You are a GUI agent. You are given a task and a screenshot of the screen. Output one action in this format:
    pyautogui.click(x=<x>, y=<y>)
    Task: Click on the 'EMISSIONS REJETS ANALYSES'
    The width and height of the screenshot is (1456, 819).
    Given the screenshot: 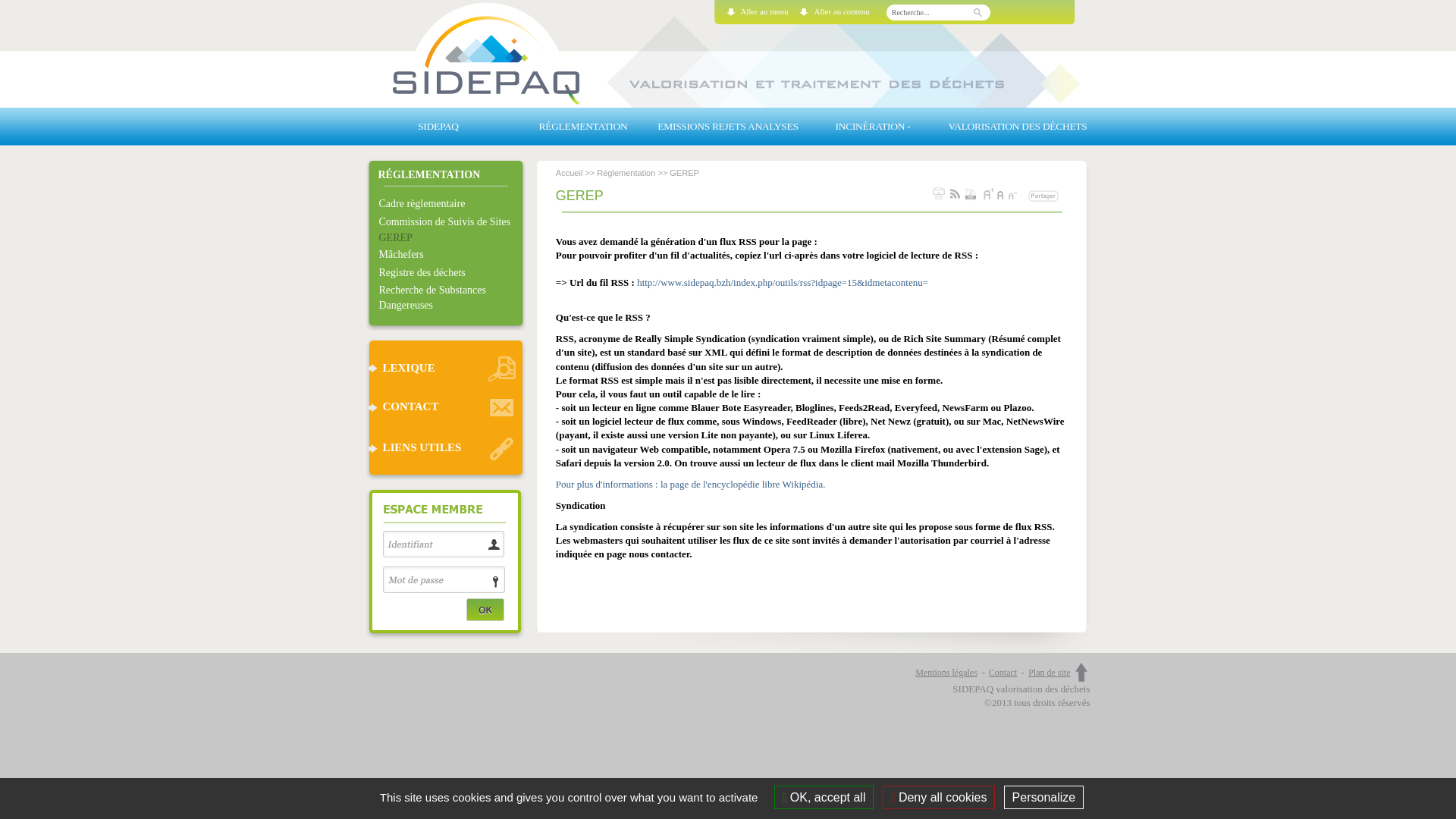 What is the action you would take?
    pyautogui.click(x=726, y=125)
    